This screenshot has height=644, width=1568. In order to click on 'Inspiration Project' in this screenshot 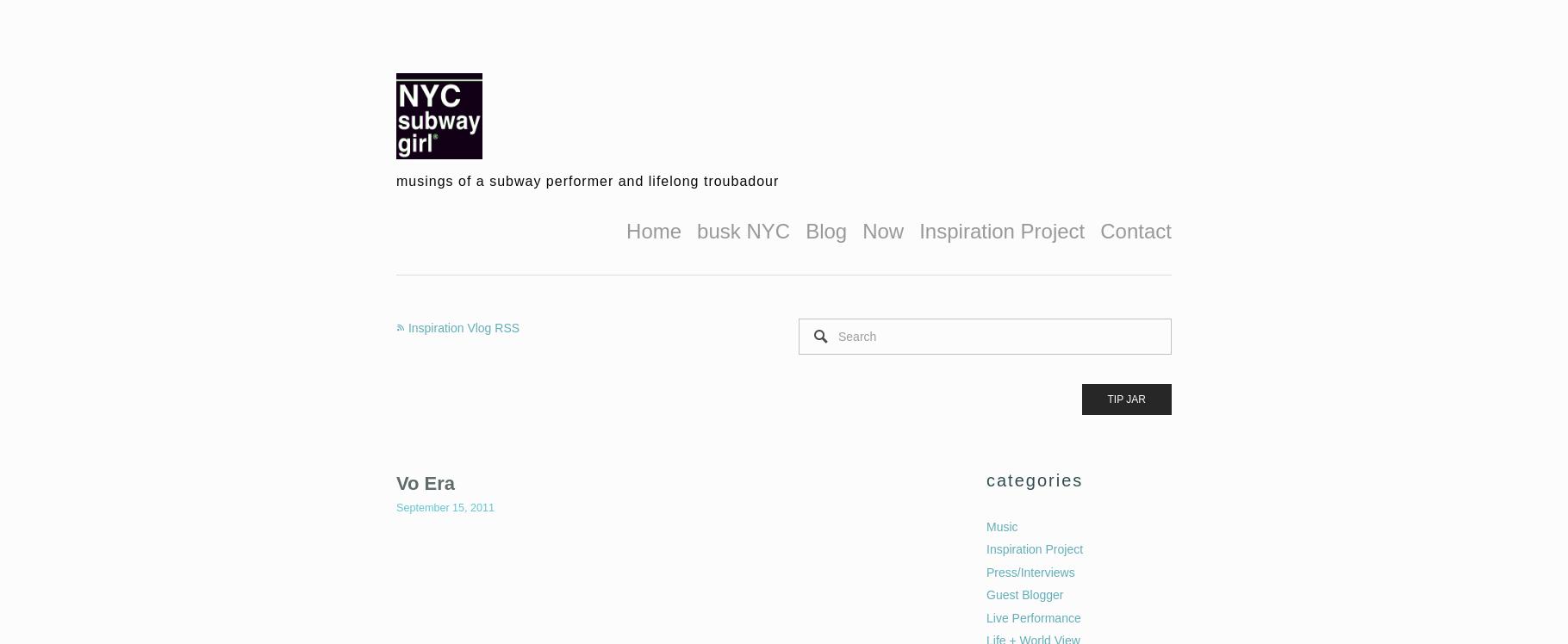, I will do `click(986, 548)`.